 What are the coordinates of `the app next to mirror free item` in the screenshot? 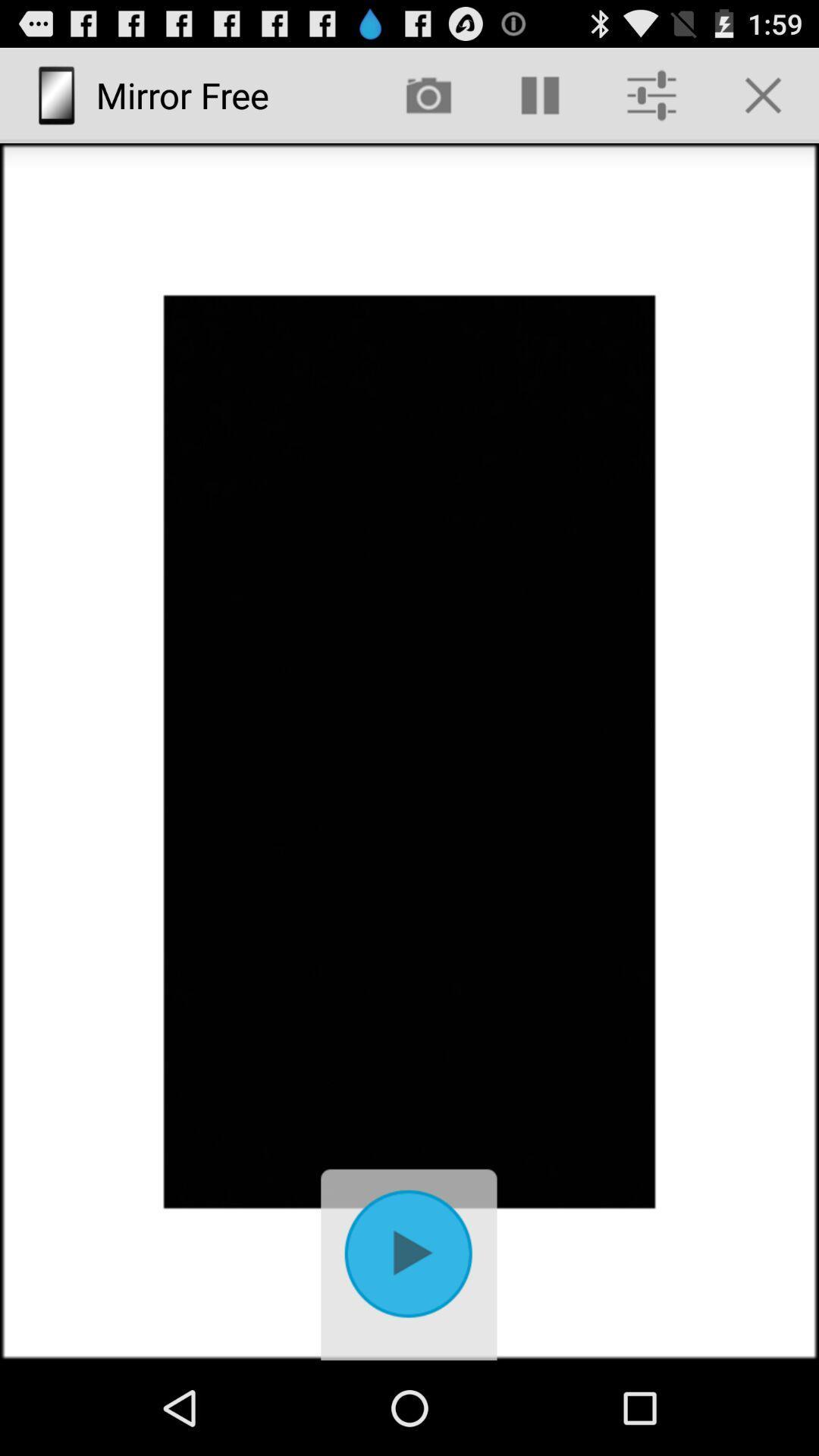 It's located at (428, 94).